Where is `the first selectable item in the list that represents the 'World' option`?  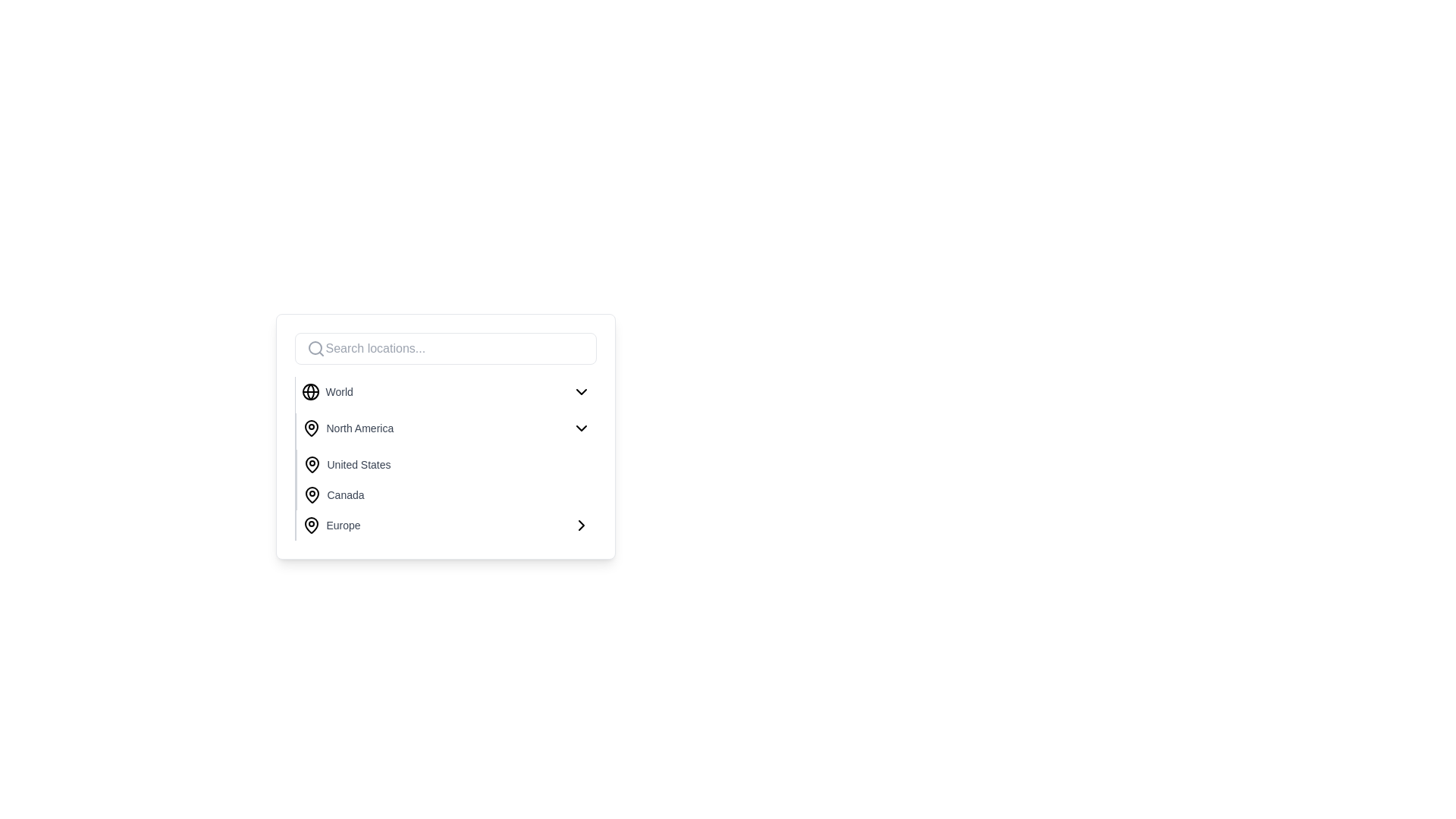 the first selectable item in the list that represents the 'World' option is located at coordinates (326, 391).